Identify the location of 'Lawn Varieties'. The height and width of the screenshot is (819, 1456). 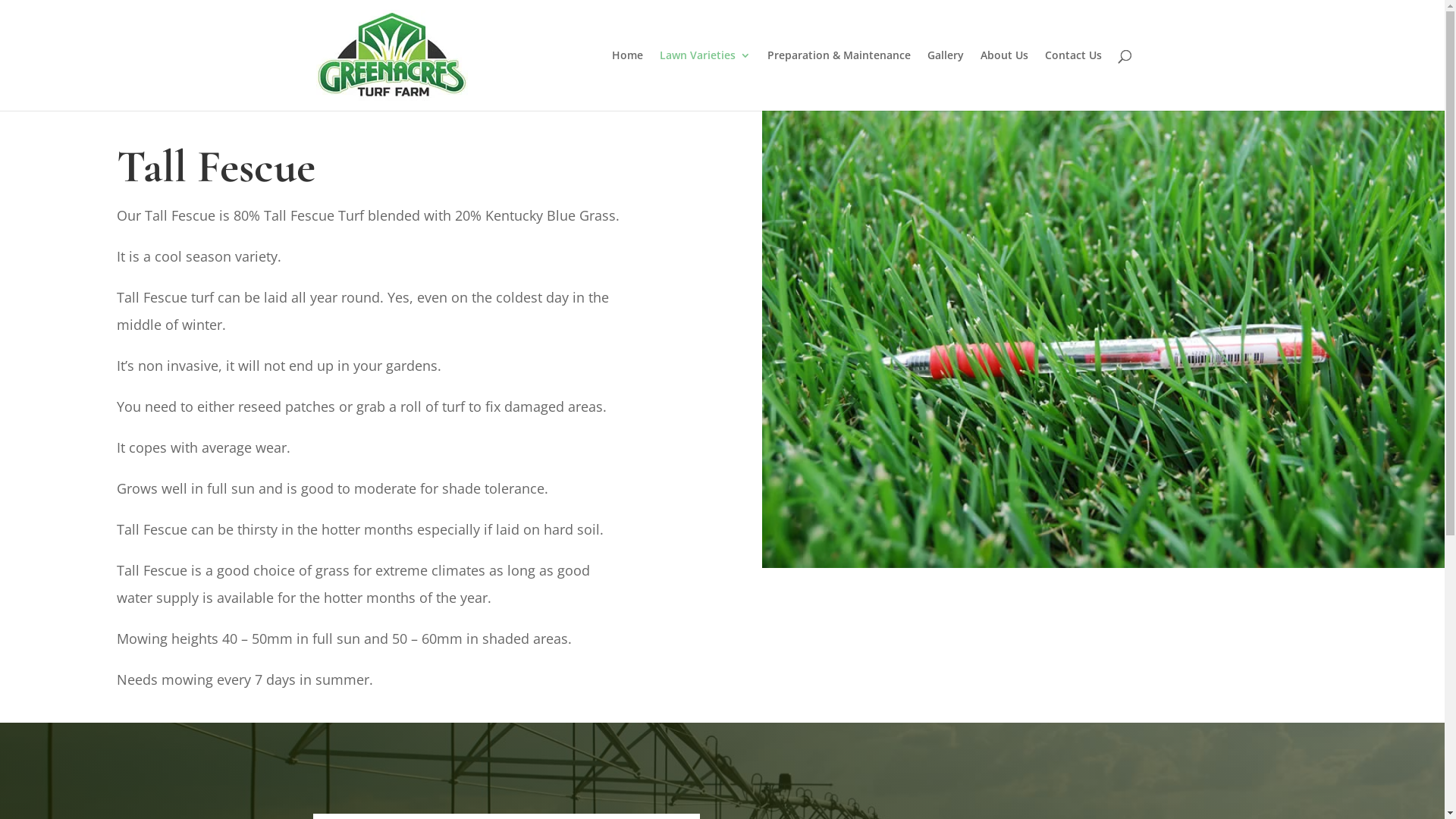
(704, 80).